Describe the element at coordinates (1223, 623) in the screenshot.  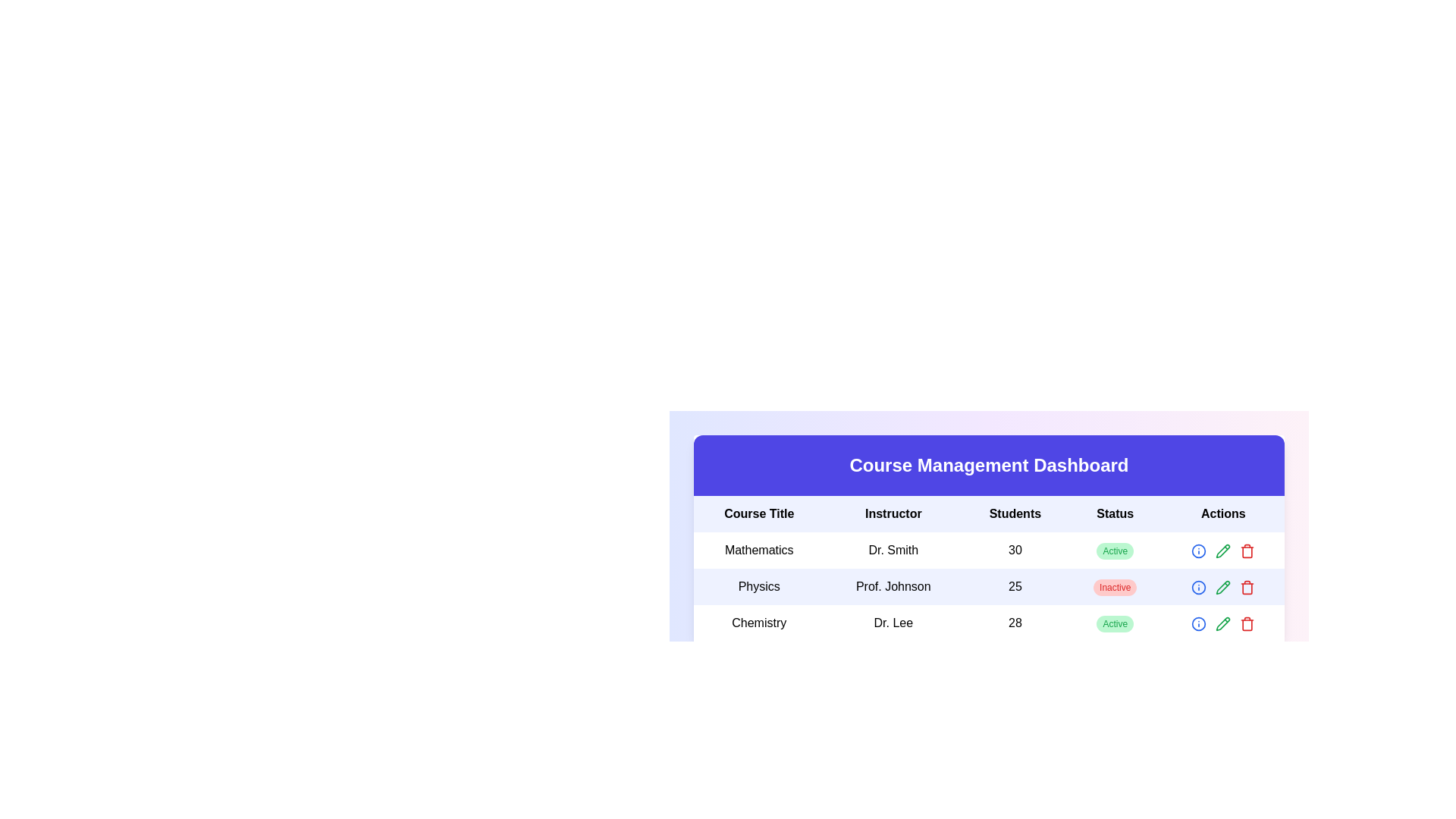
I see `the pencil-shaped icon representing the edit action located in the 'Actions' column of the 'Chemistry' row` at that location.